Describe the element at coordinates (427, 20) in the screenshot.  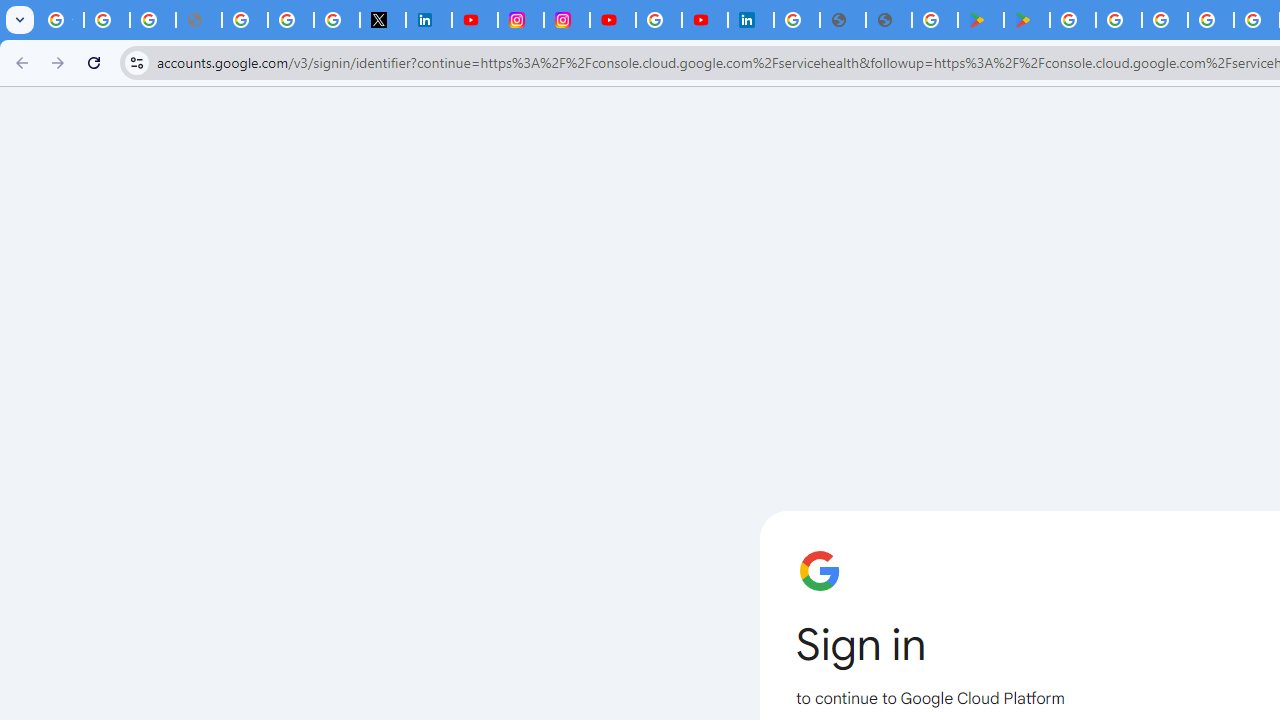
I see `'LinkedIn Privacy Policy'` at that location.